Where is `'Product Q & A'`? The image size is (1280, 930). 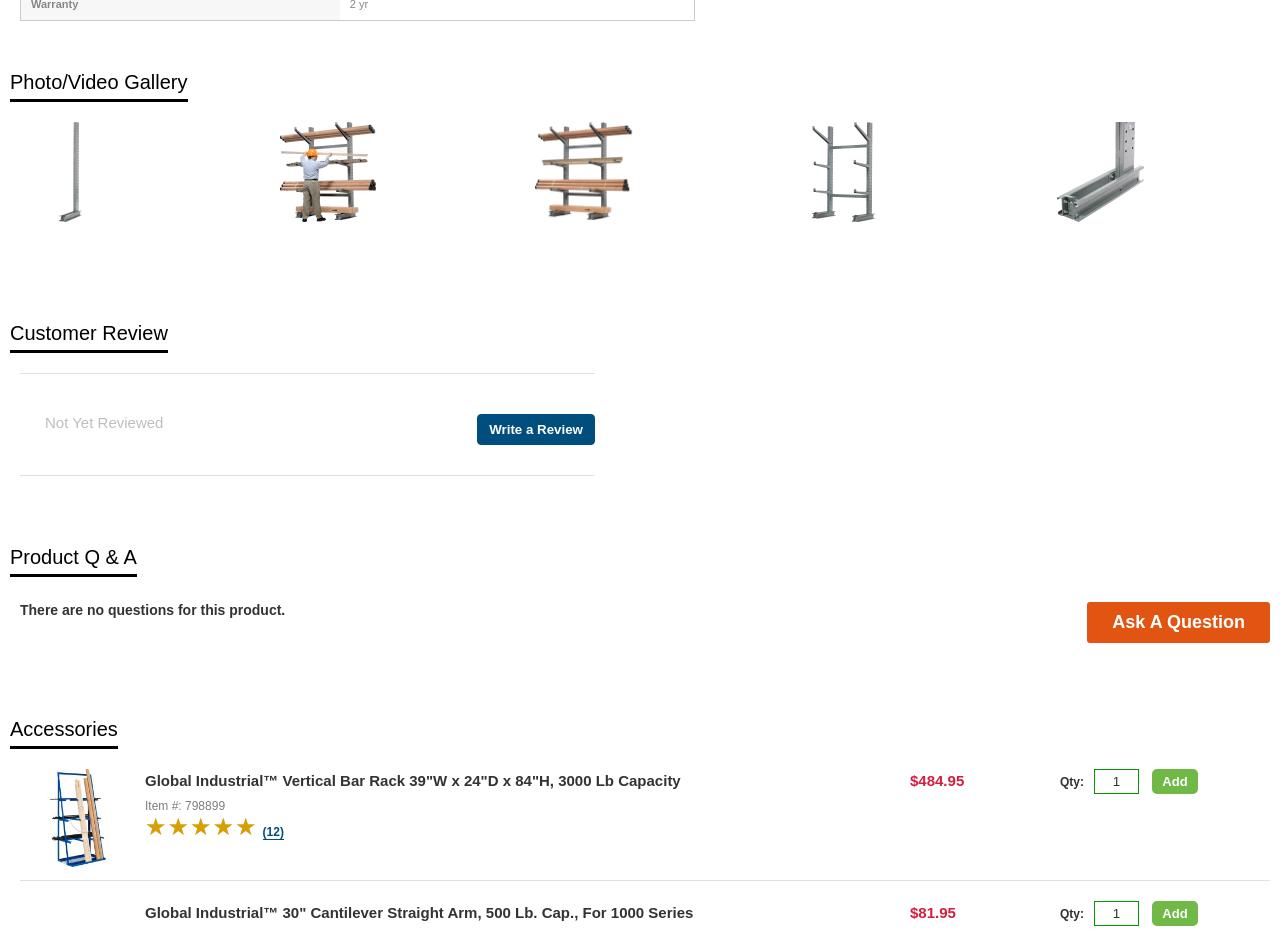 'Product Q & A' is located at coordinates (72, 556).